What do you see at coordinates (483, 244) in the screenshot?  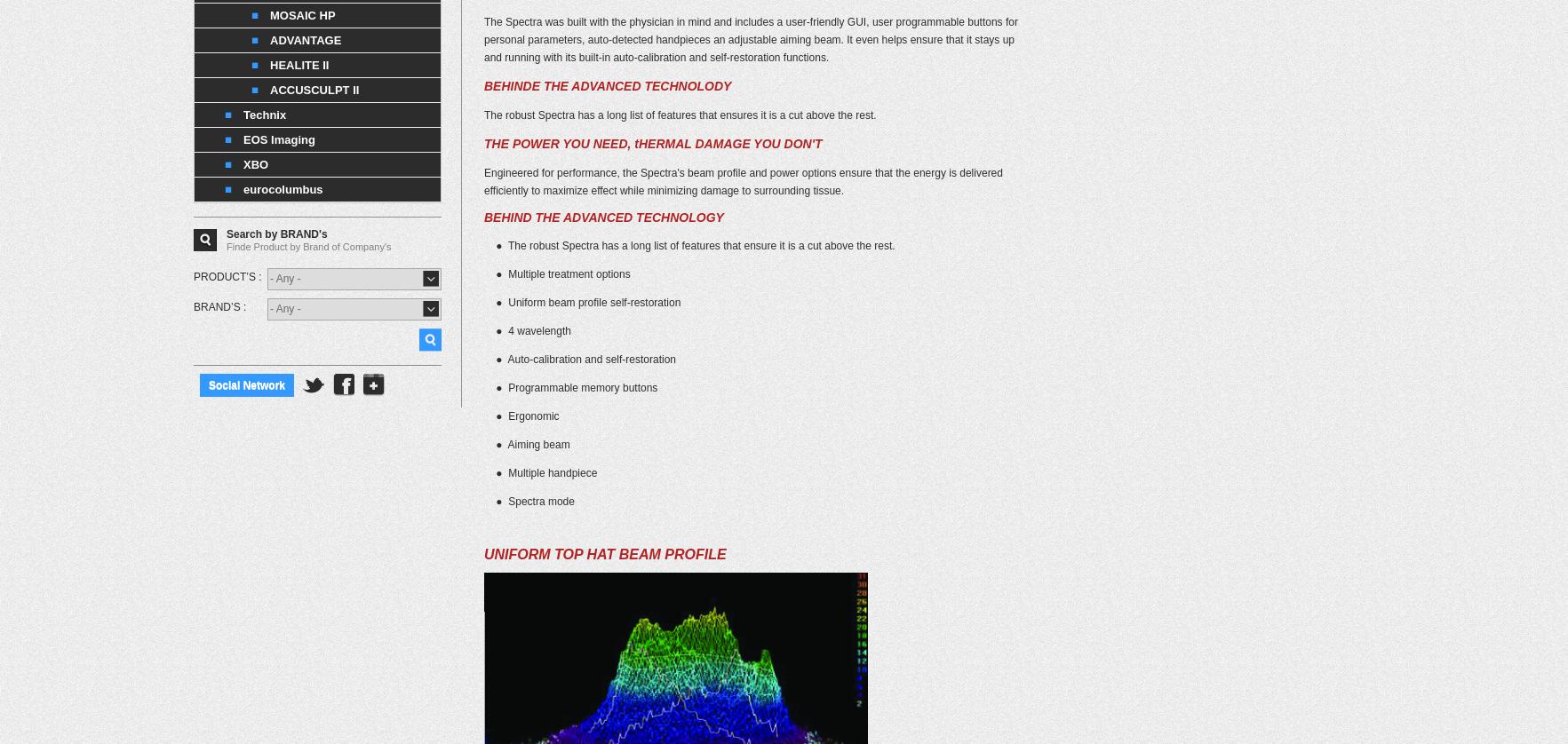 I see `'●  The robust Spectra has a long list of features that ensure it is a cut above the rest.'` at bounding box center [483, 244].